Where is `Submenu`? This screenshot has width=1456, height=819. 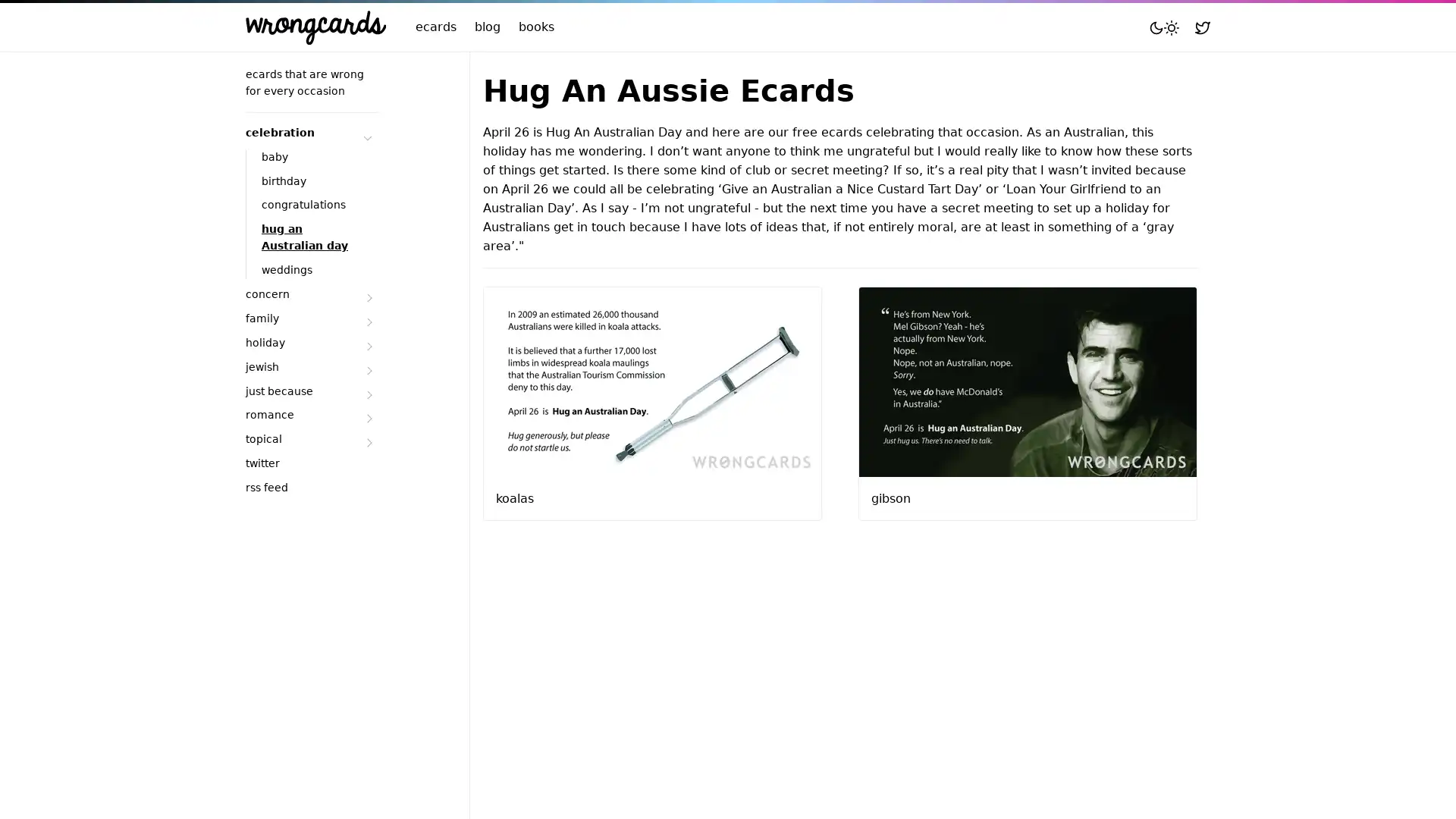
Submenu is located at coordinates (367, 418).